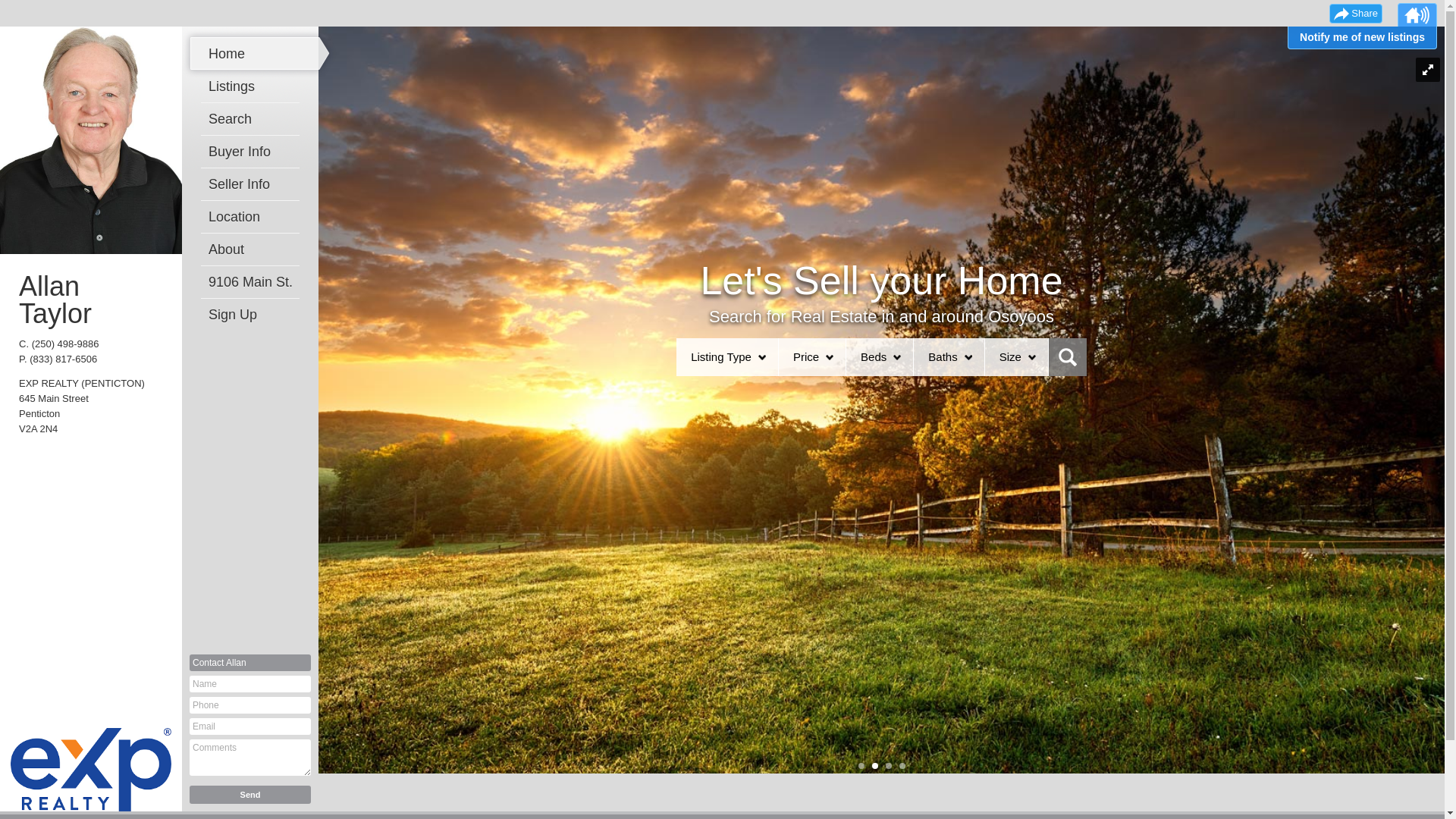 This screenshot has width=1456, height=819. Describe the element at coordinates (1355, 14) in the screenshot. I see `'Share'` at that location.